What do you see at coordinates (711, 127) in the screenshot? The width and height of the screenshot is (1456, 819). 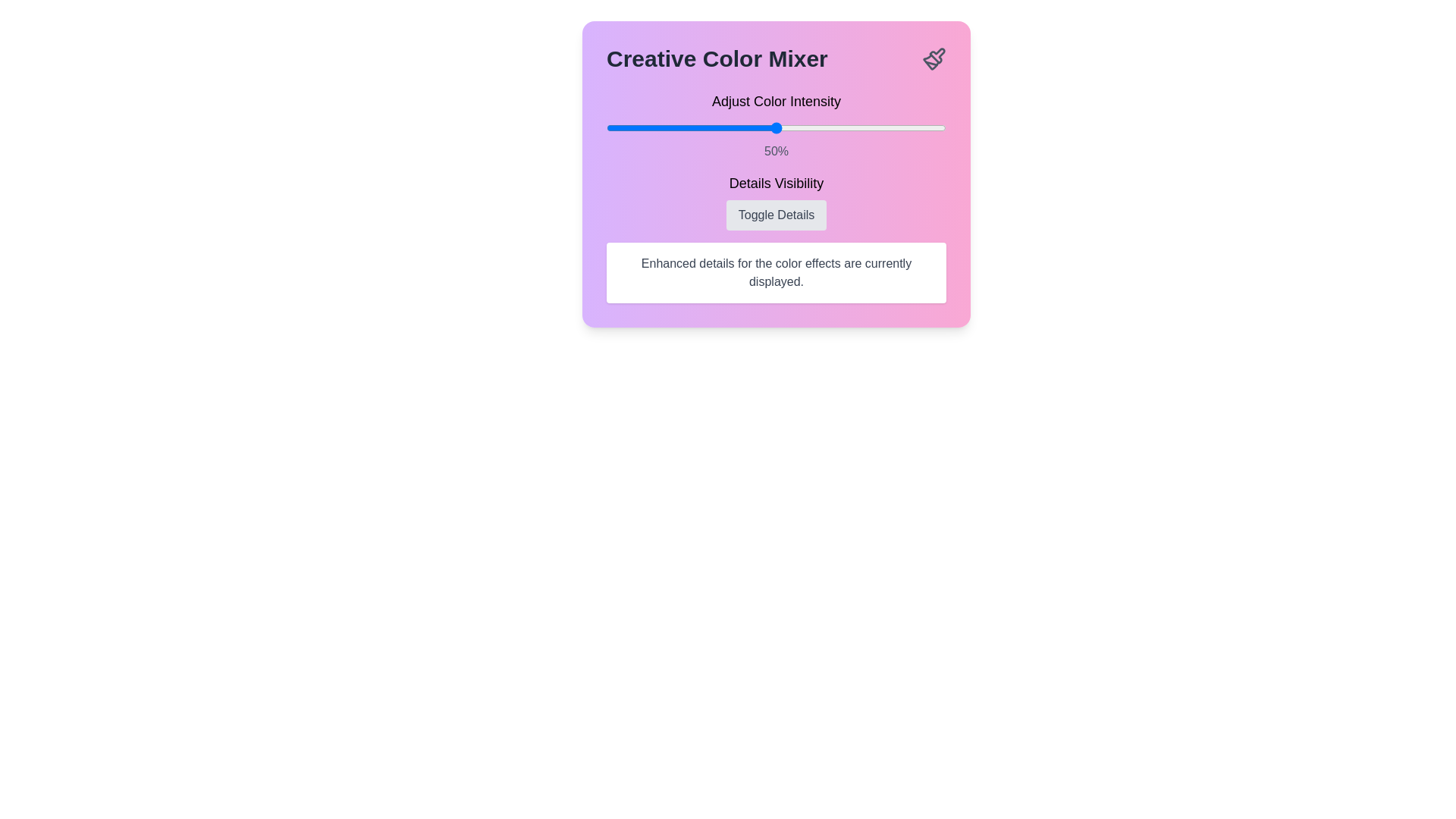 I see `the color intensity` at bounding box center [711, 127].